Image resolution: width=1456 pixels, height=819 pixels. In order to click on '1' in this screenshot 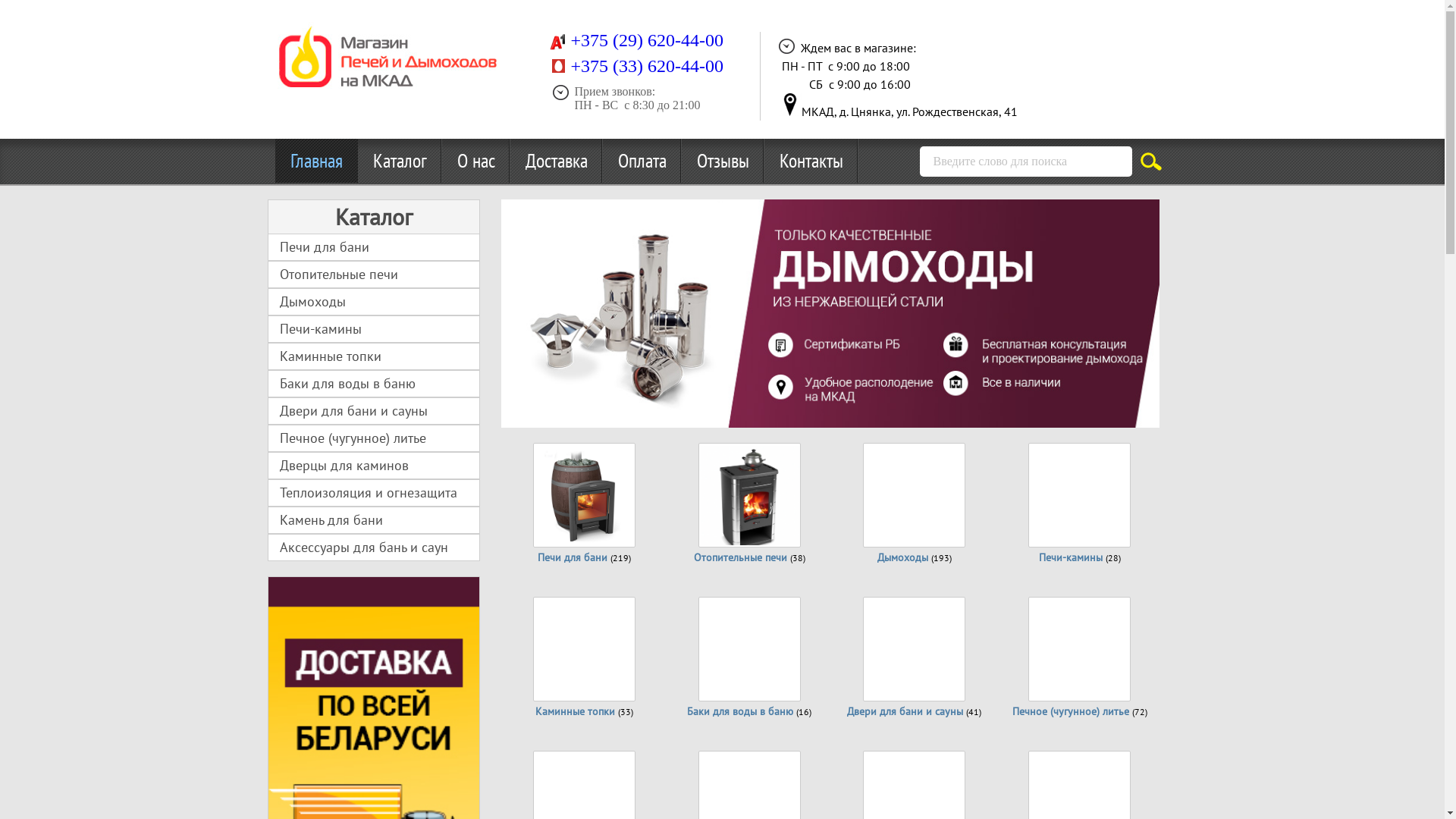, I will do `click(522, 403)`.